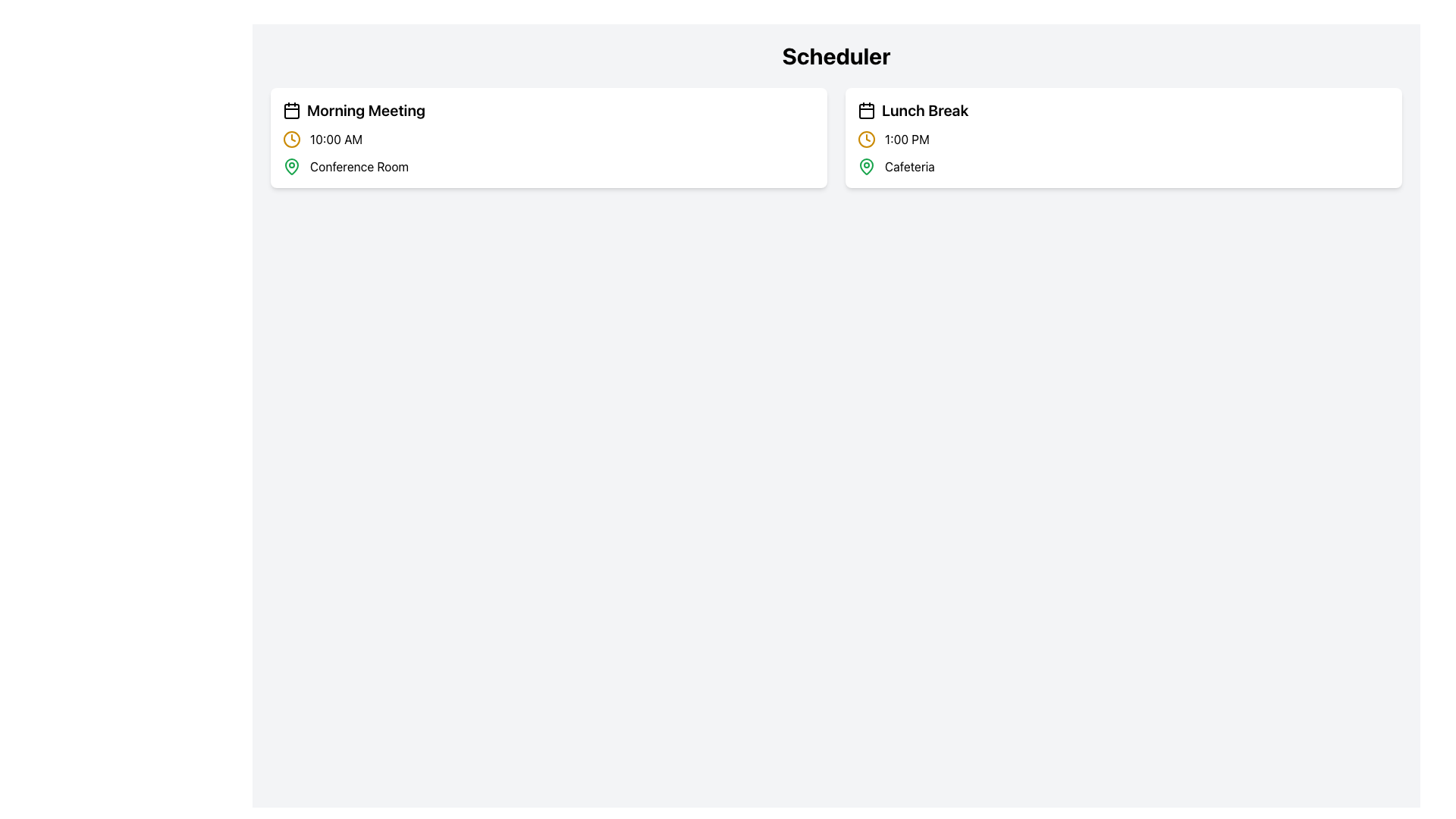 Image resolution: width=1456 pixels, height=819 pixels. Describe the element at coordinates (335, 140) in the screenshot. I see `time displayed in the bold text label indicating '10:00 AM' next to the clock icon in the 'Morning Meeting' section` at that location.